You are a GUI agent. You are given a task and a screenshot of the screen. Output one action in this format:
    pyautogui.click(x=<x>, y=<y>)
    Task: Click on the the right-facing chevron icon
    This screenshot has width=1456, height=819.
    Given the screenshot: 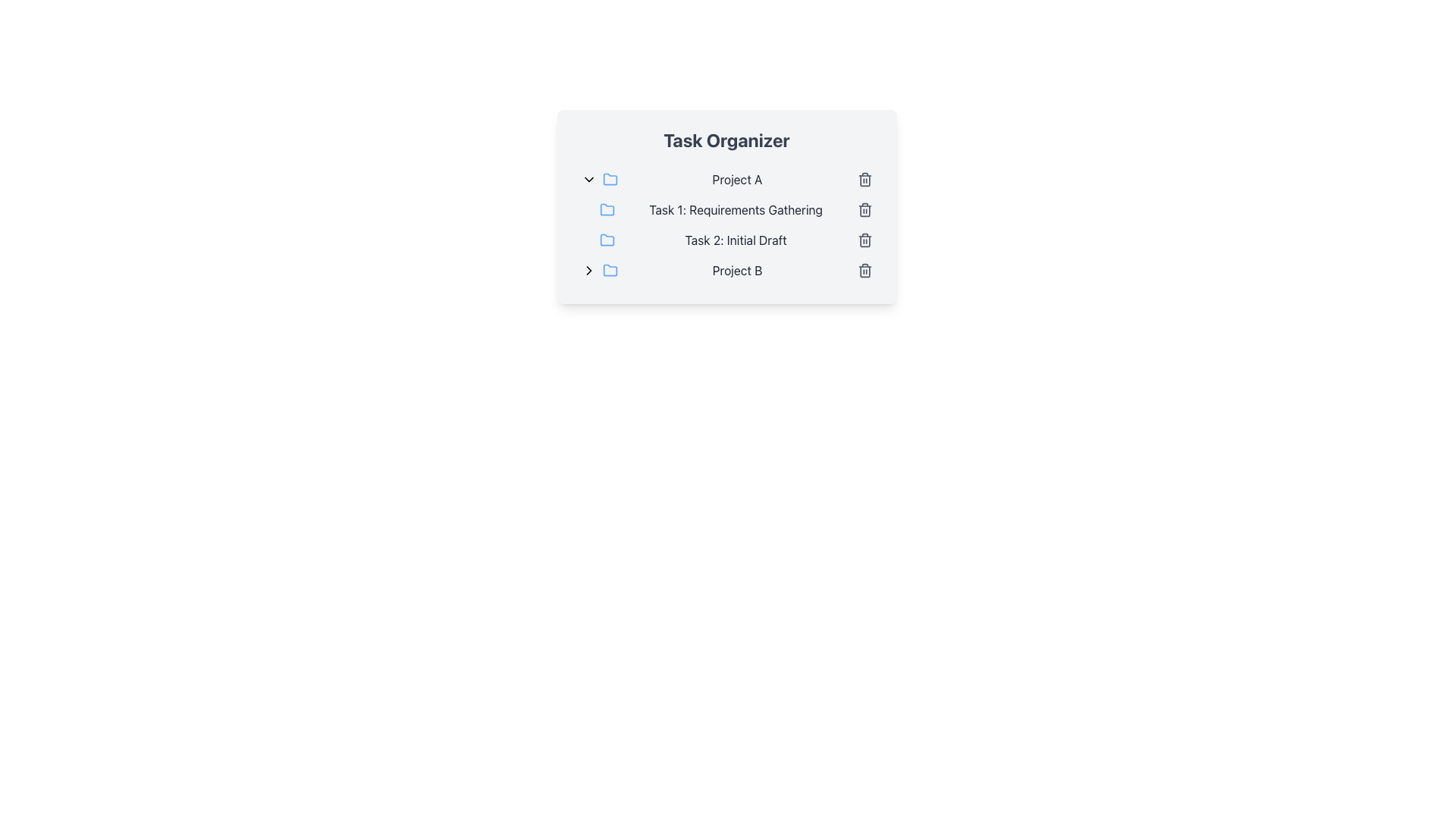 What is the action you would take?
    pyautogui.click(x=588, y=270)
    